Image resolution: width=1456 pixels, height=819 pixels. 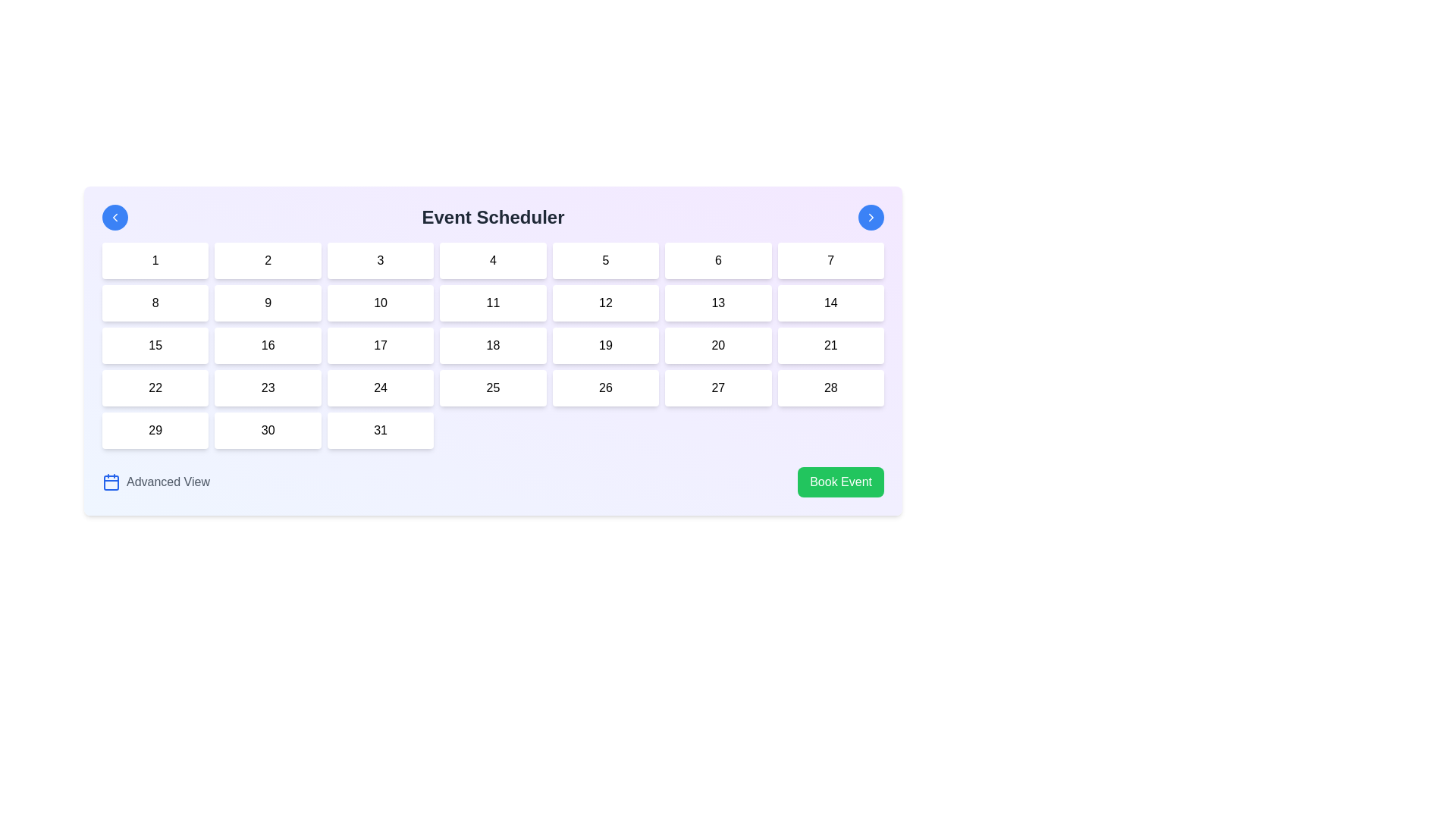 What do you see at coordinates (268, 430) in the screenshot?
I see `the white rounded button displaying '30' in the calendar grid under the 'Event Scheduler' header` at bounding box center [268, 430].